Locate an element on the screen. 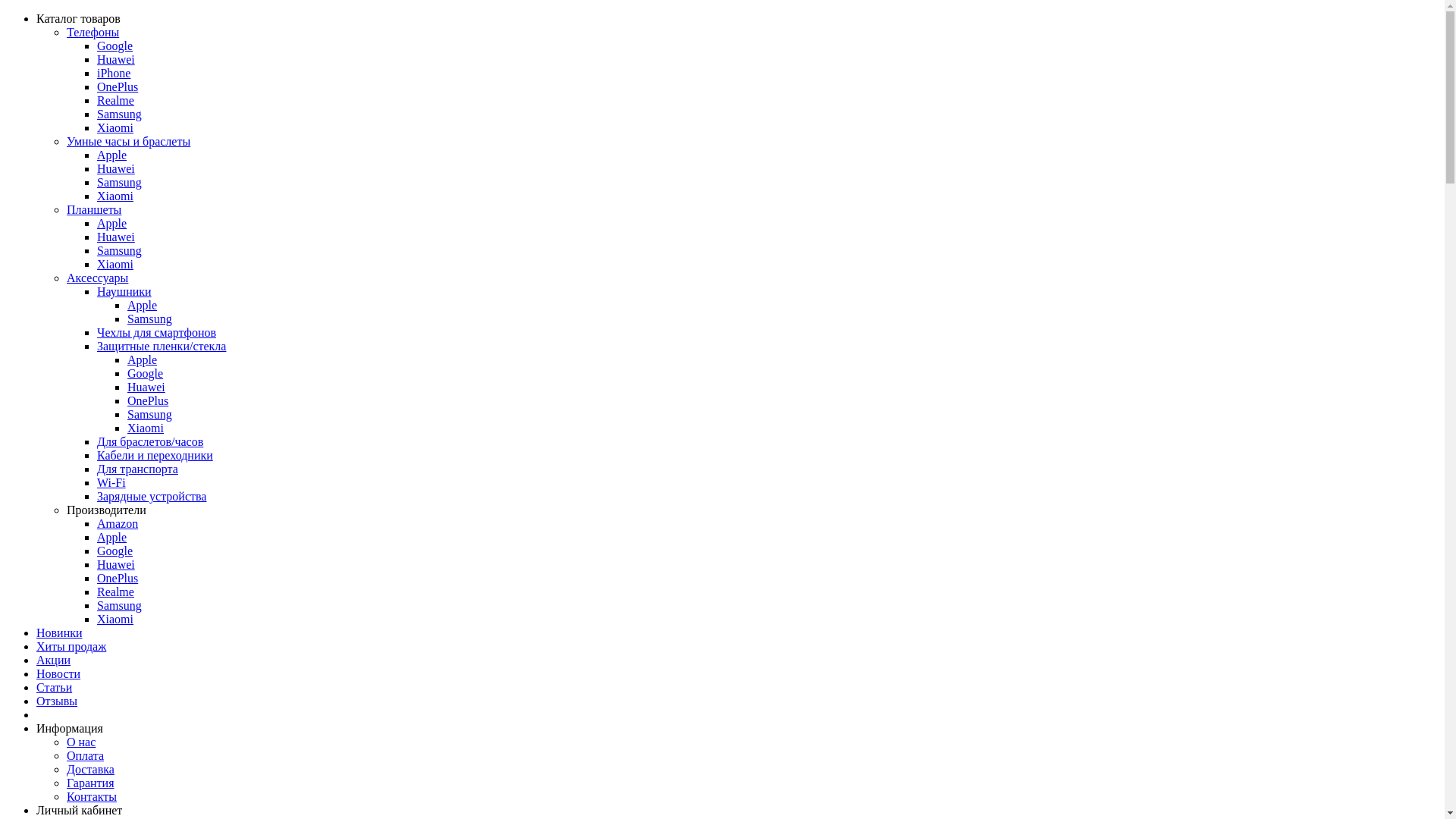 The image size is (1456, 819). 'Samsung' is located at coordinates (149, 318).